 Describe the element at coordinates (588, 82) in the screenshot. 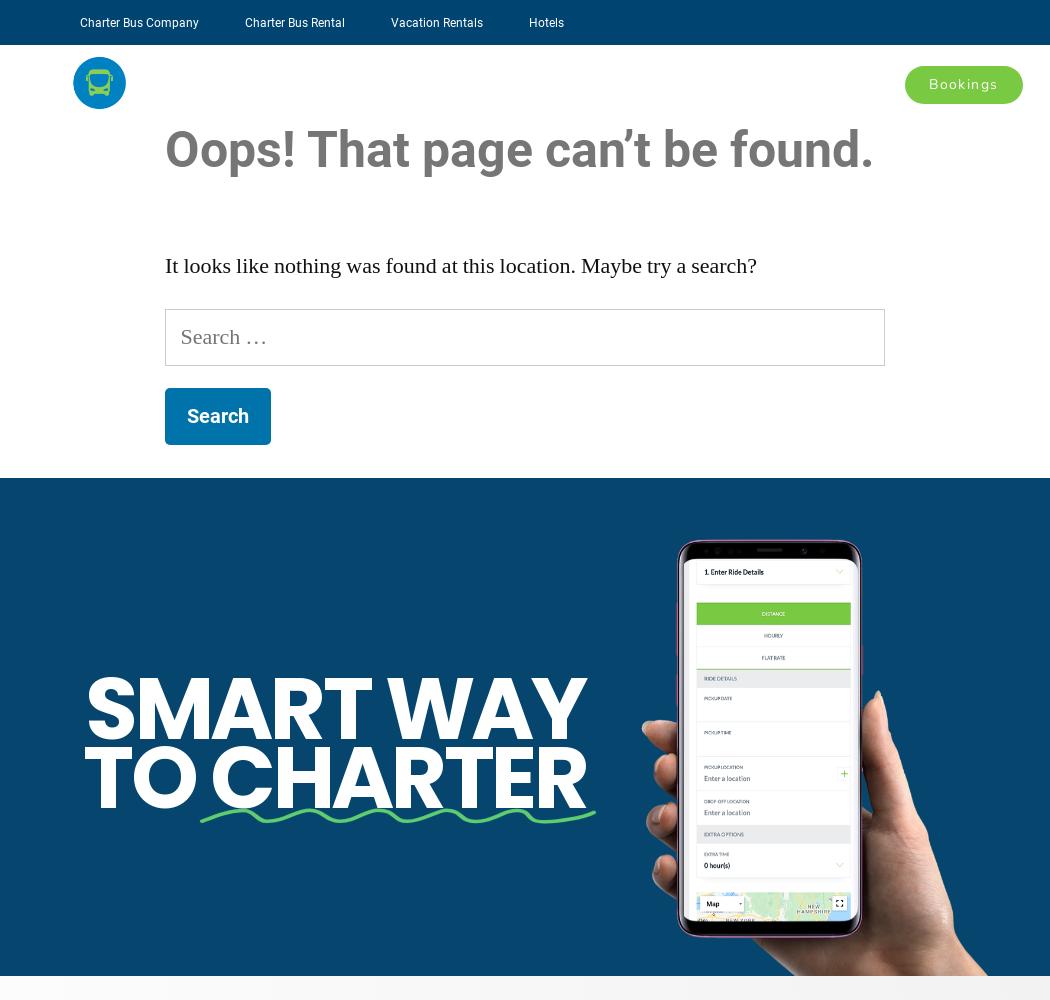

I see `'Services'` at that location.